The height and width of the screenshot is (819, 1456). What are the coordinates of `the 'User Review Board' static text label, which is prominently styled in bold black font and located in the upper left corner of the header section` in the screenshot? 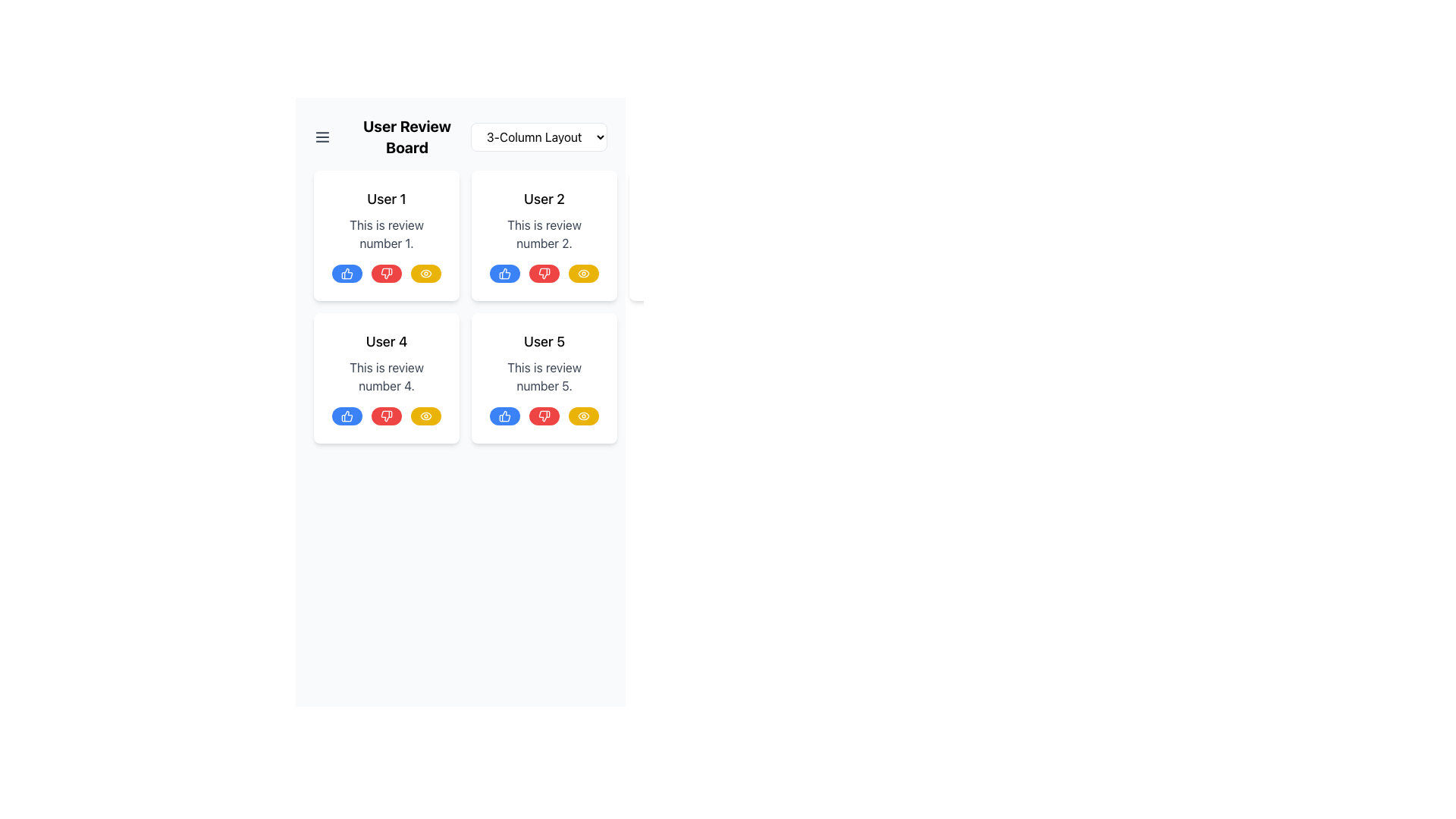 It's located at (392, 137).